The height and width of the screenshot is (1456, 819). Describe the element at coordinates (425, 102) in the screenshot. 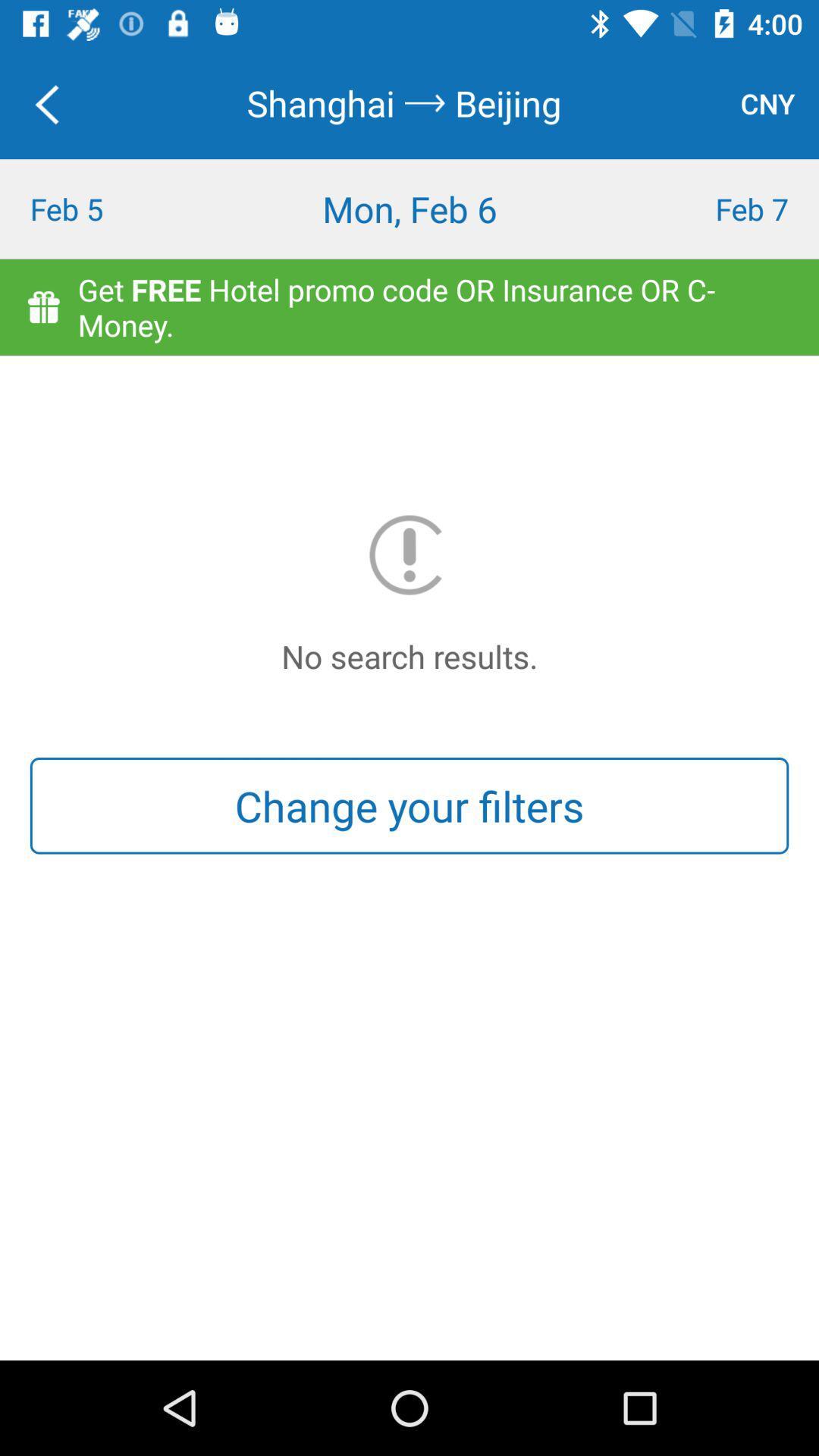

I see `the icon which is after shanghai on page` at that location.